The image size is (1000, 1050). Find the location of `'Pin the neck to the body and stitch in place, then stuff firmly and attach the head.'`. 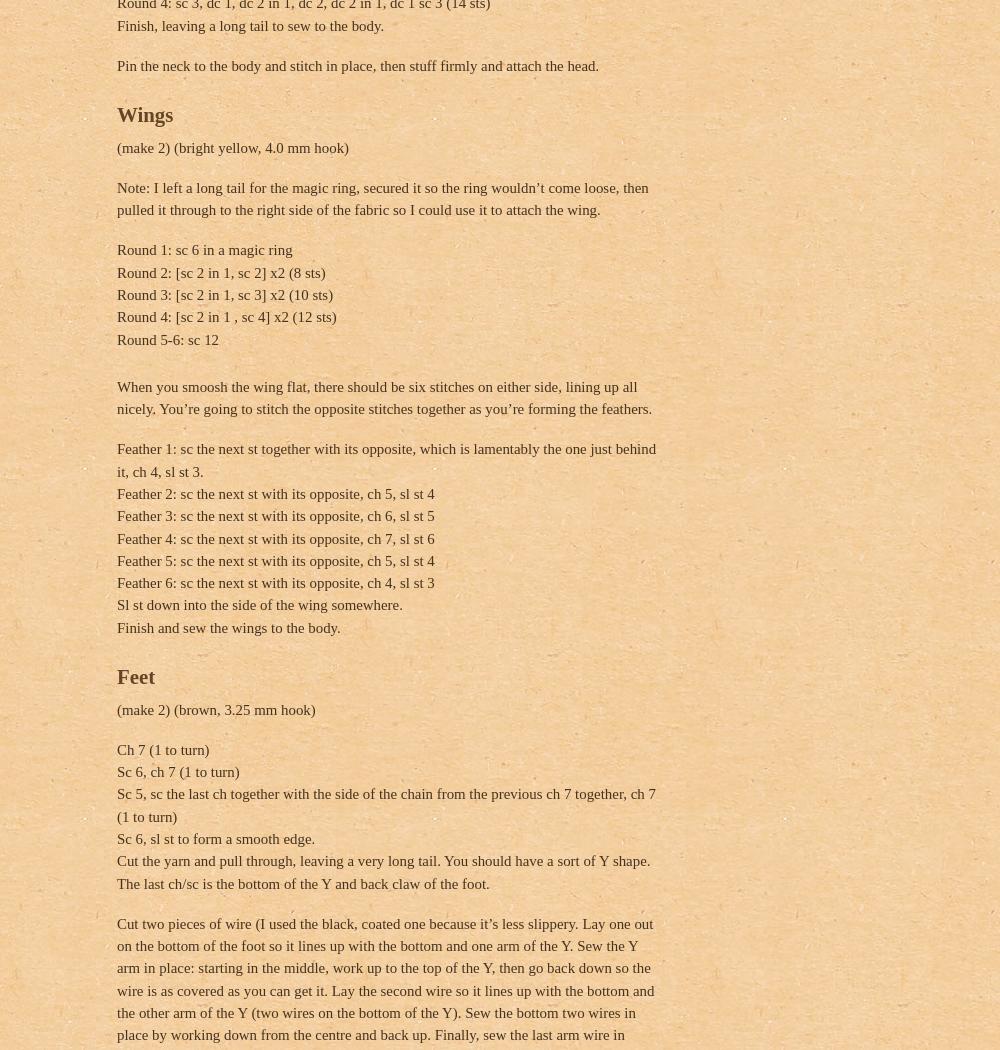

'Pin the neck to the body and stitch in place, then stuff firmly and attach the head.' is located at coordinates (357, 63).